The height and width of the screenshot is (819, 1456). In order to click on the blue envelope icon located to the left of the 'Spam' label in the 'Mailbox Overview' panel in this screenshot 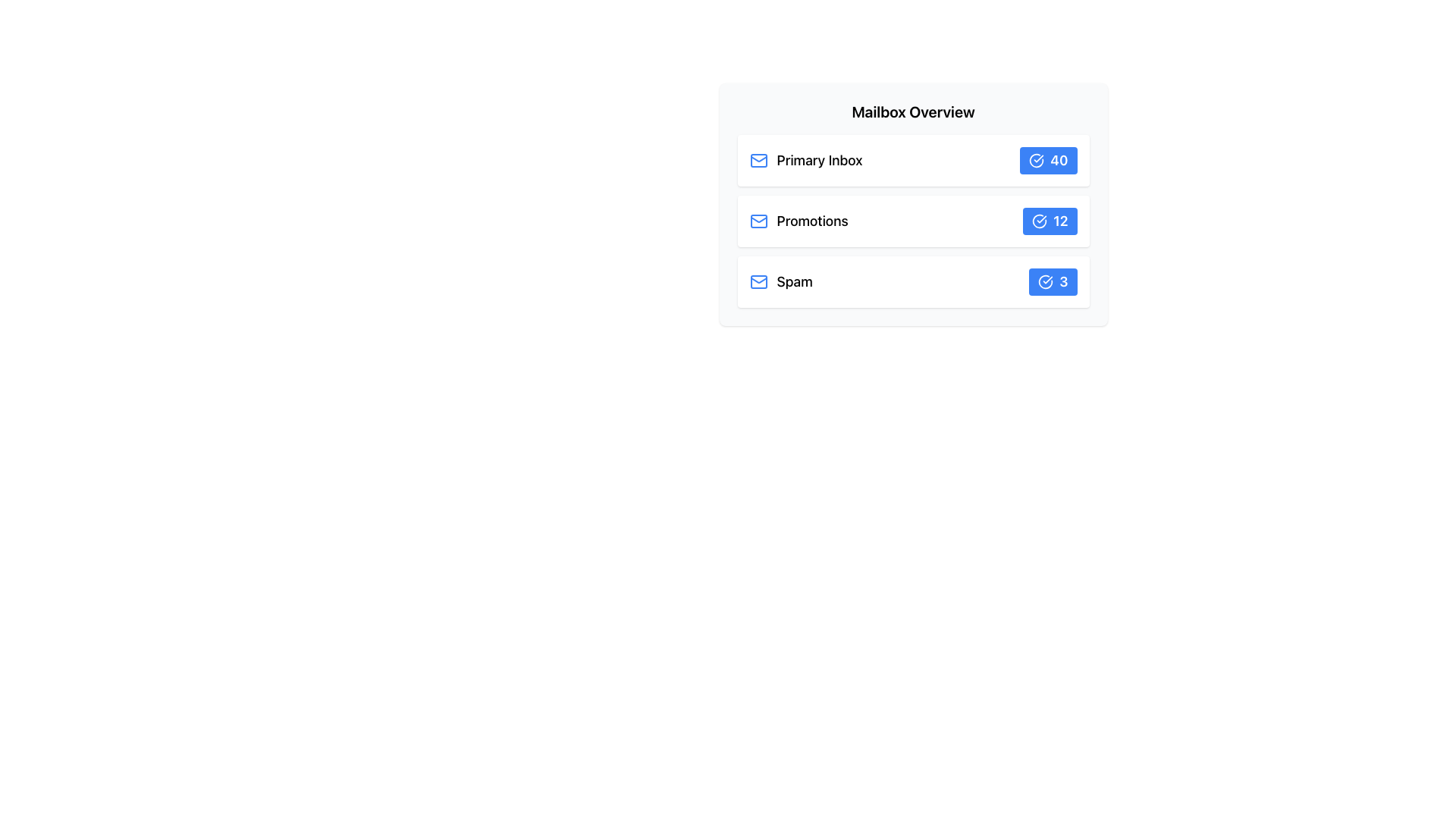, I will do `click(758, 281)`.